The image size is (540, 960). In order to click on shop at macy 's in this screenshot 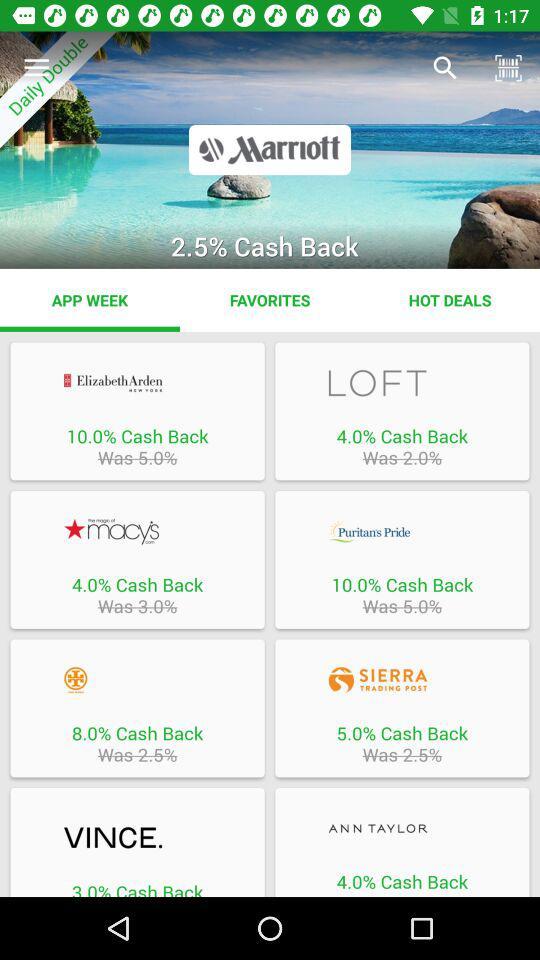, I will do `click(136, 530)`.